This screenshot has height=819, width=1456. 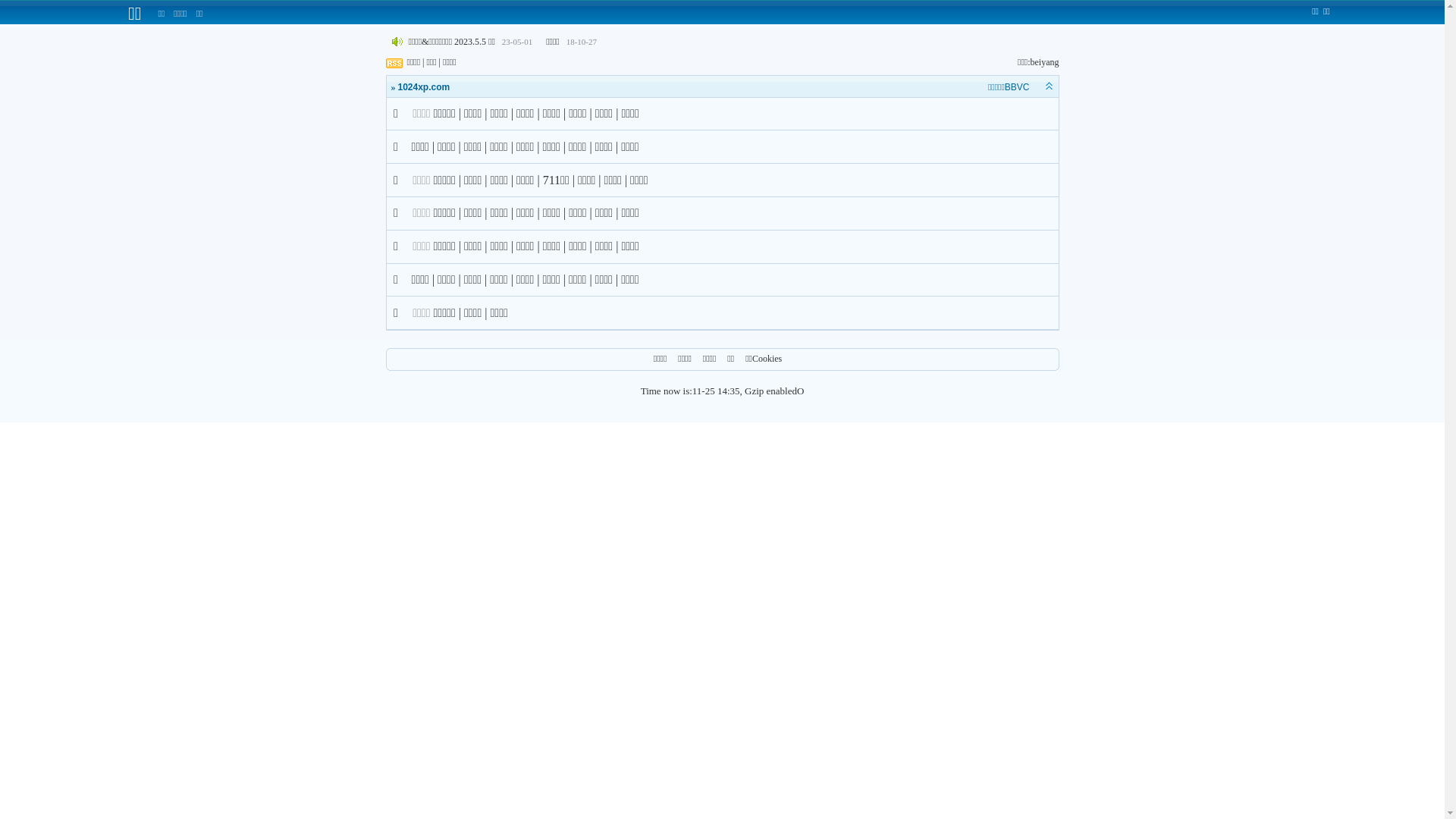 What do you see at coordinates (1017, 87) in the screenshot?
I see `'BBVC'` at bounding box center [1017, 87].